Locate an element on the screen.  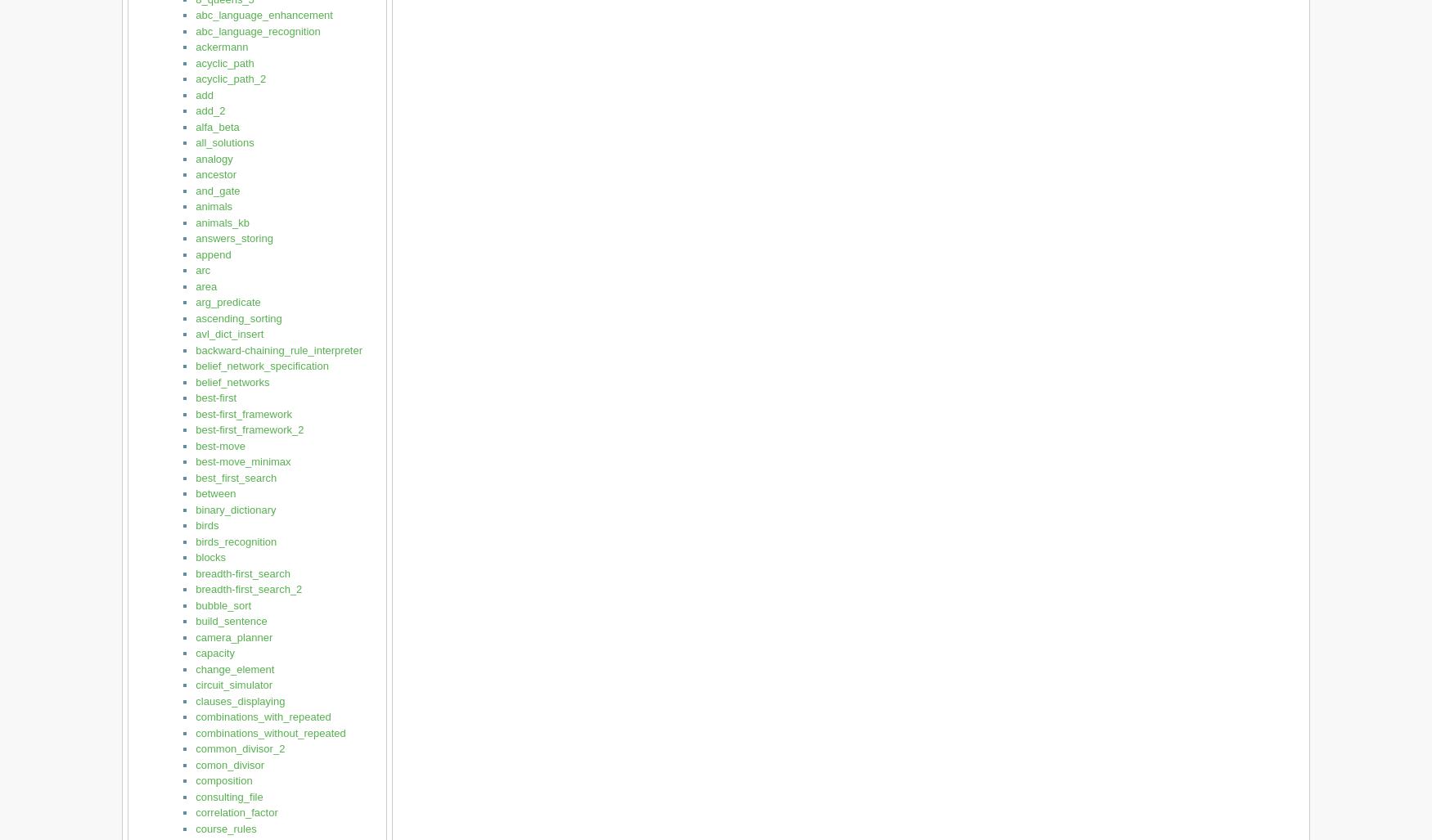
'all_solutions' is located at coordinates (223, 141).